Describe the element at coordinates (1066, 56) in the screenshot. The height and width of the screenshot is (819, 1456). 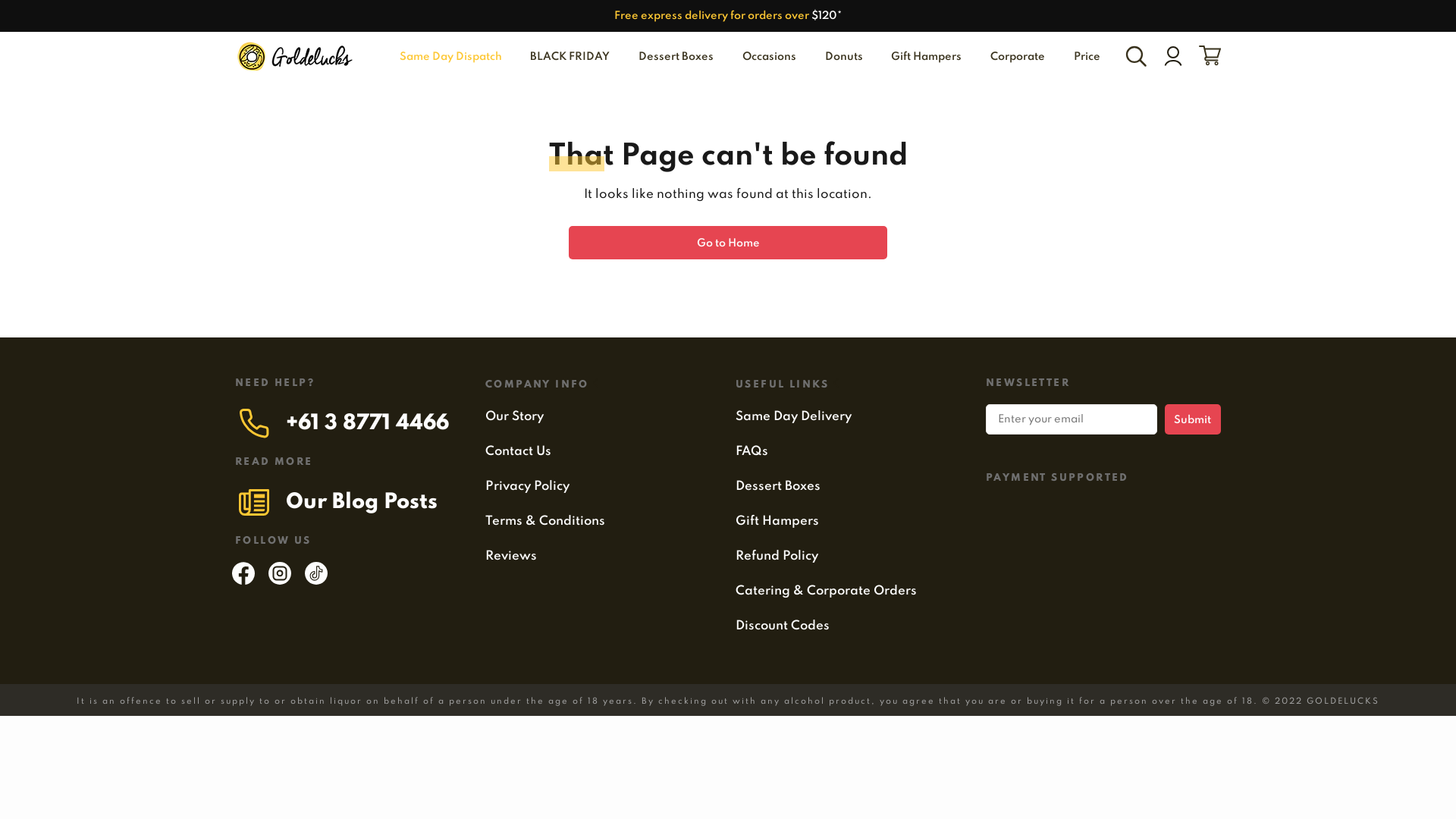
I see `'Price'` at that location.